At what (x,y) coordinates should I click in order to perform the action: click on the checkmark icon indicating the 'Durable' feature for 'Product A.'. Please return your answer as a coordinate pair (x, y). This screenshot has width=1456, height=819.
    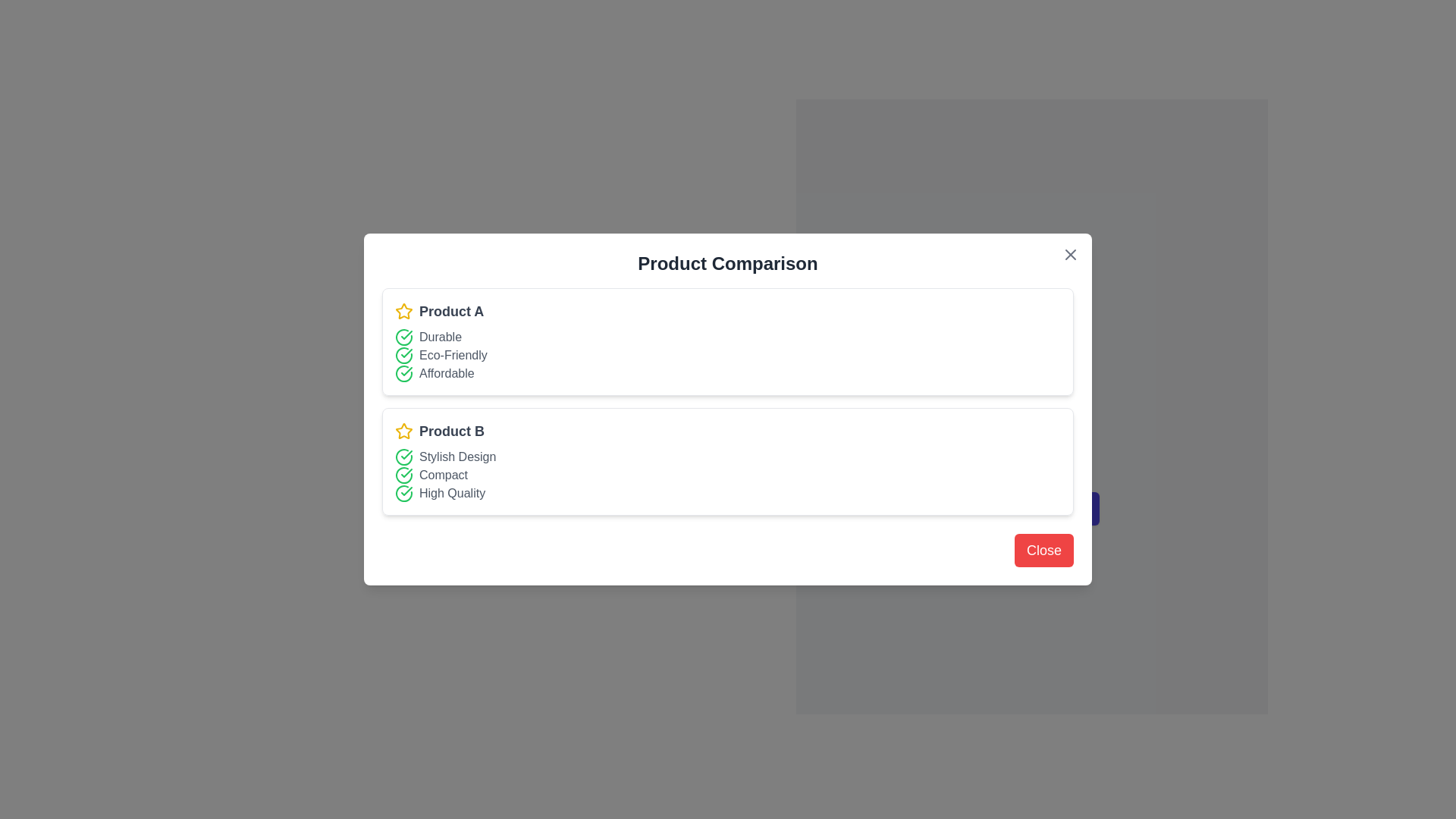
    Looking at the image, I should click on (403, 336).